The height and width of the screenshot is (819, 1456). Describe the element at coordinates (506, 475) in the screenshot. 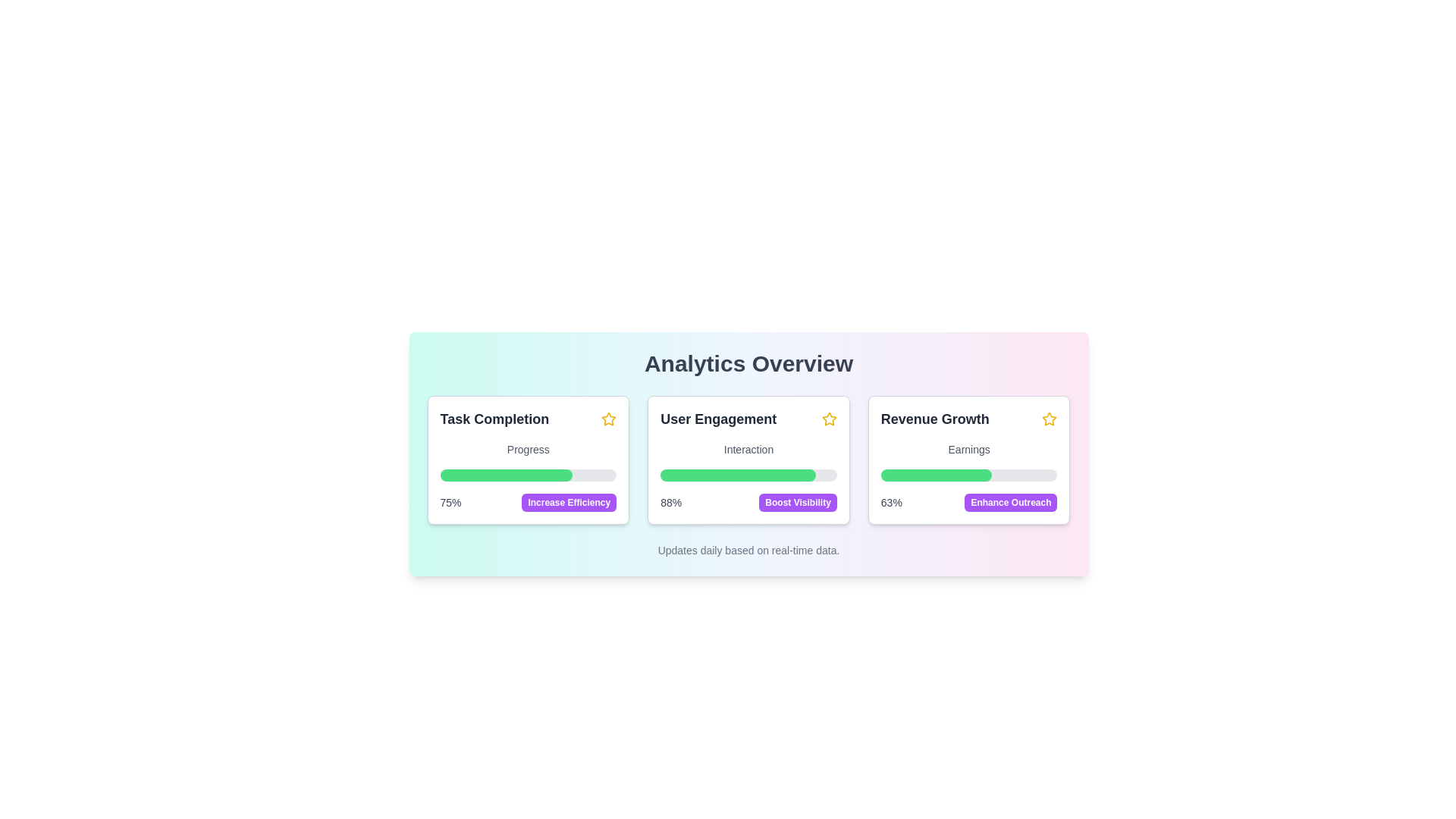

I see `the green progress bar within the 'Task Completion' card, which is styled with a bright green background and indicates 75% completion` at that location.